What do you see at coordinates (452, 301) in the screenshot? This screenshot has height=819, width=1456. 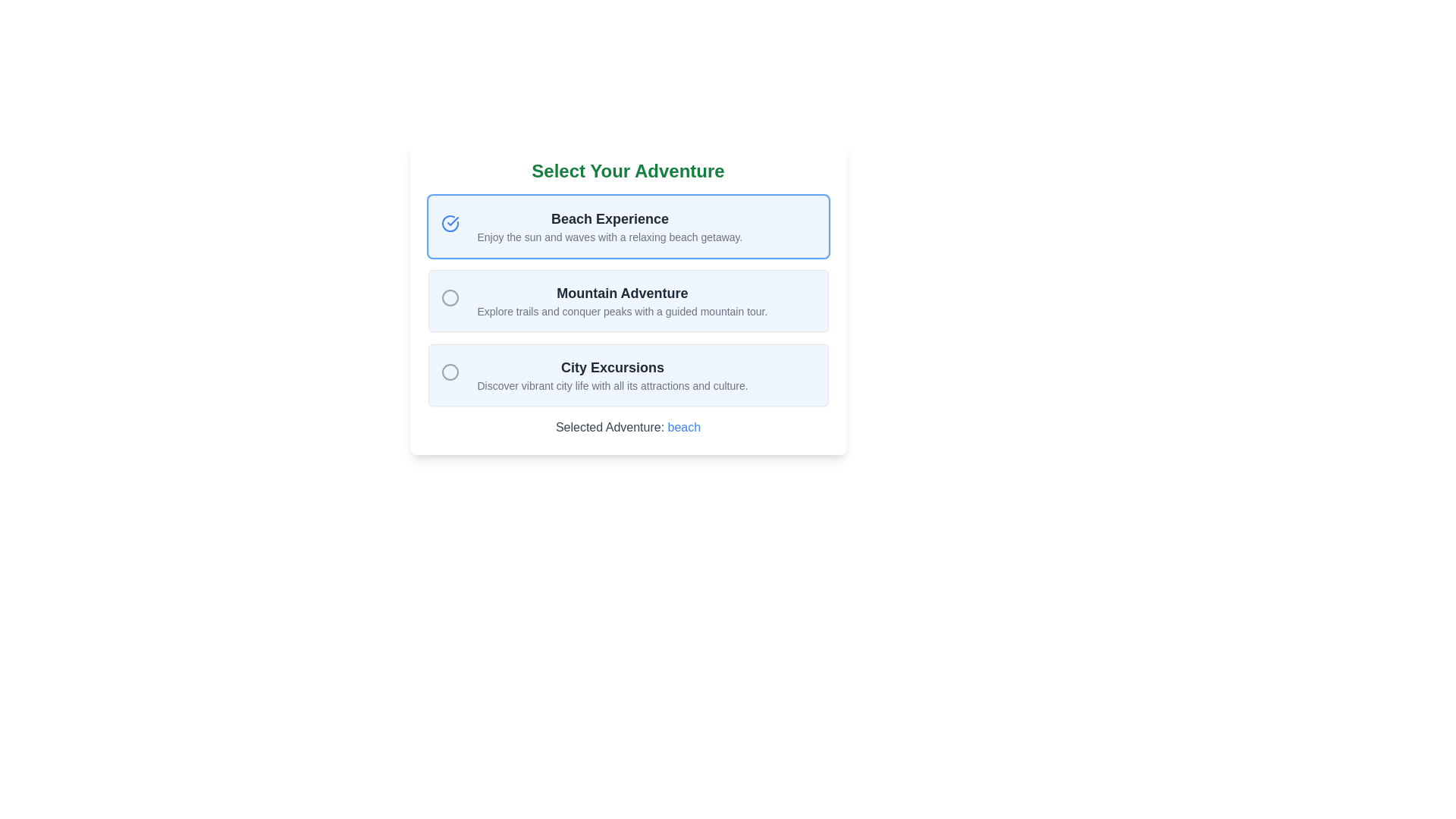 I see `the selection indicator, a small circular icon with a gray stroke, located to the left of the 'Mountain Adventure' option in the second option box` at bounding box center [452, 301].